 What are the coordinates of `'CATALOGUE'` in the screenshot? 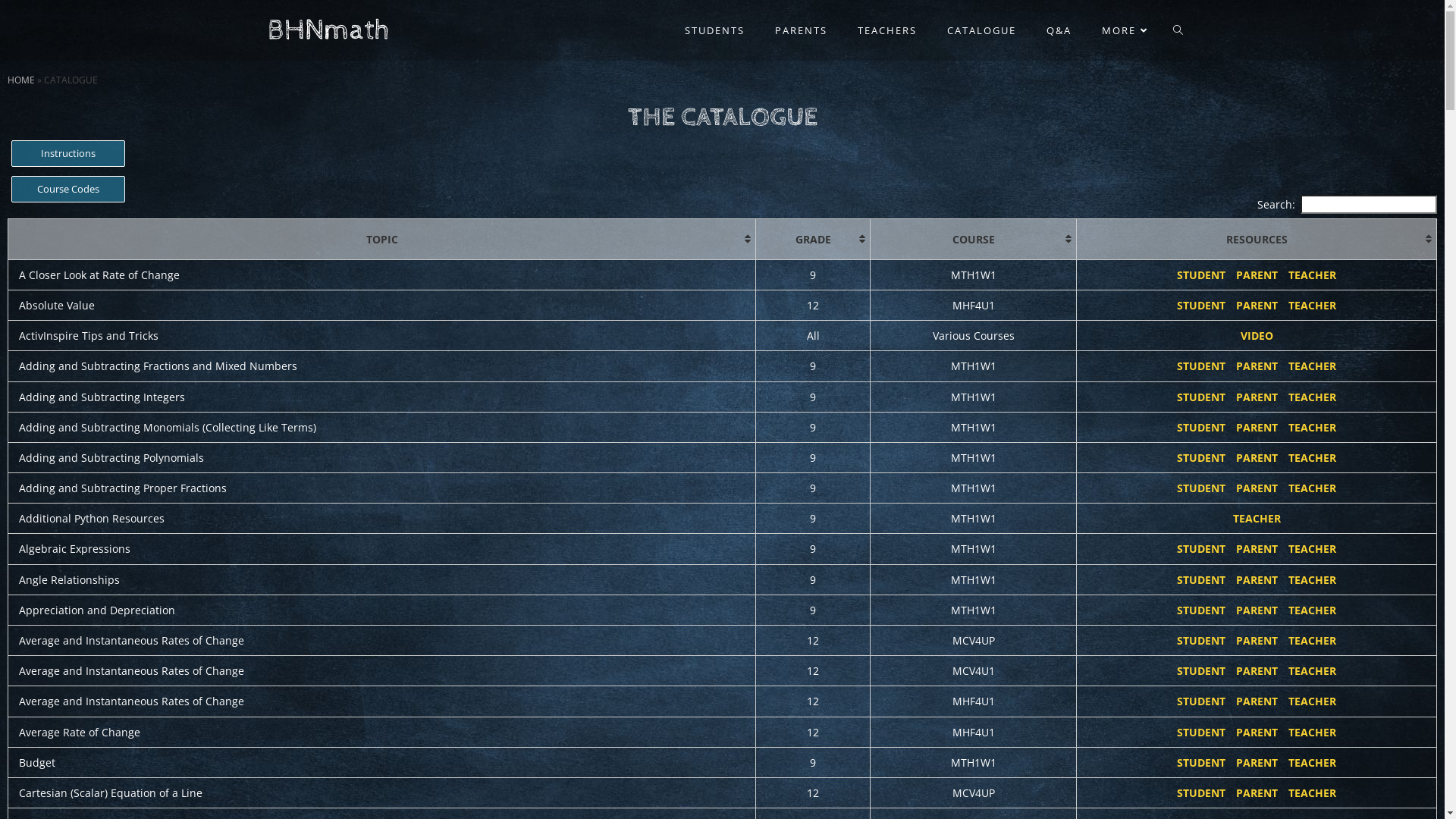 It's located at (930, 30).